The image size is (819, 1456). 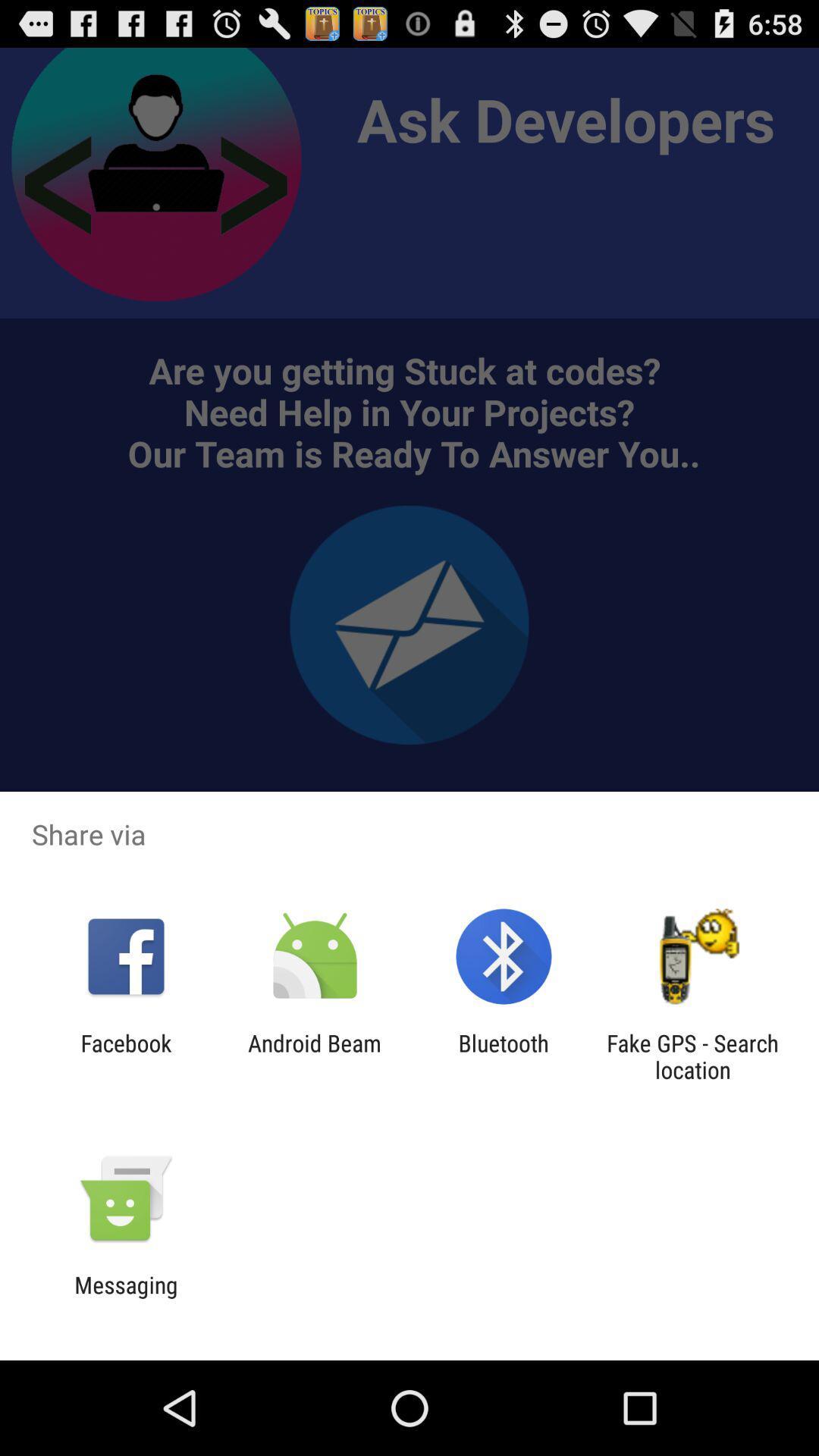 I want to click on the icon to the left of the fake gps search item, so click(x=504, y=1056).